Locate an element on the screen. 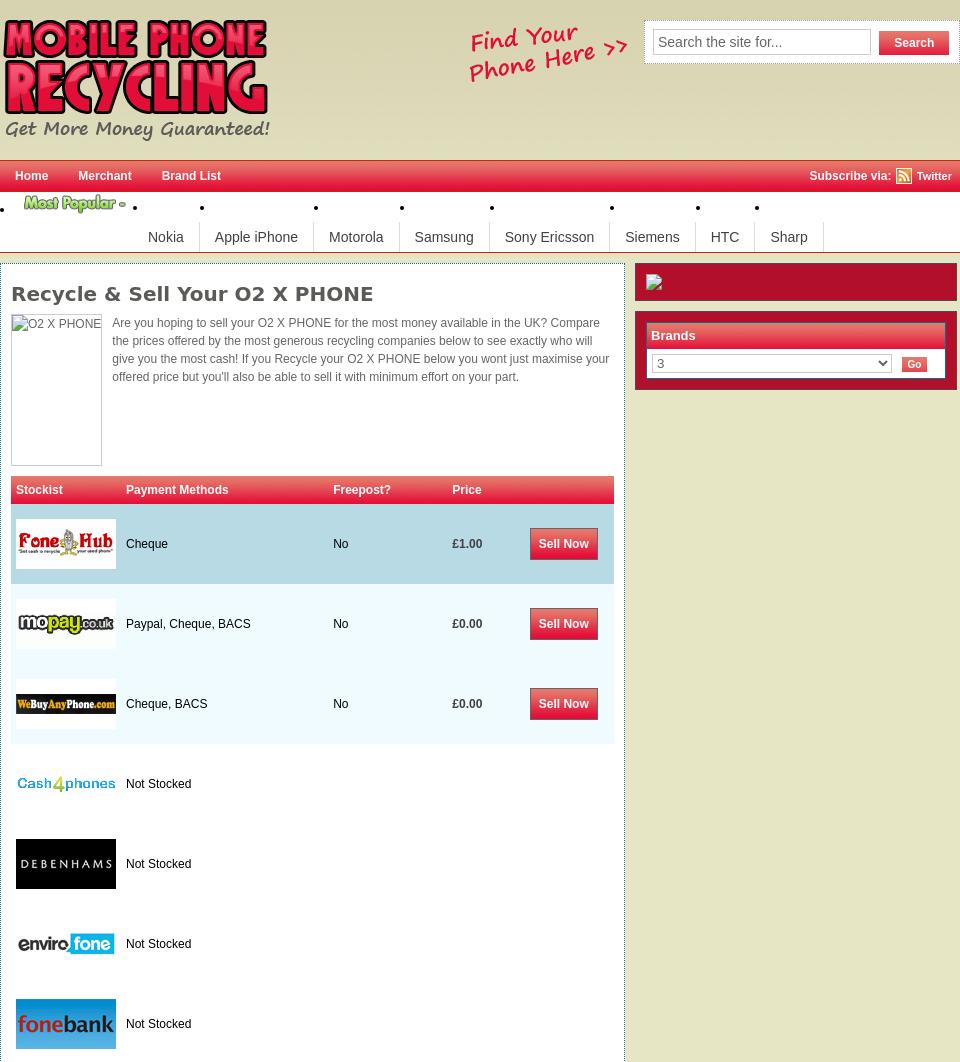 Image resolution: width=960 pixels, height=1062 pixels. 'Paypal, Cheque, BACS' is located at coordinates (187, 624).